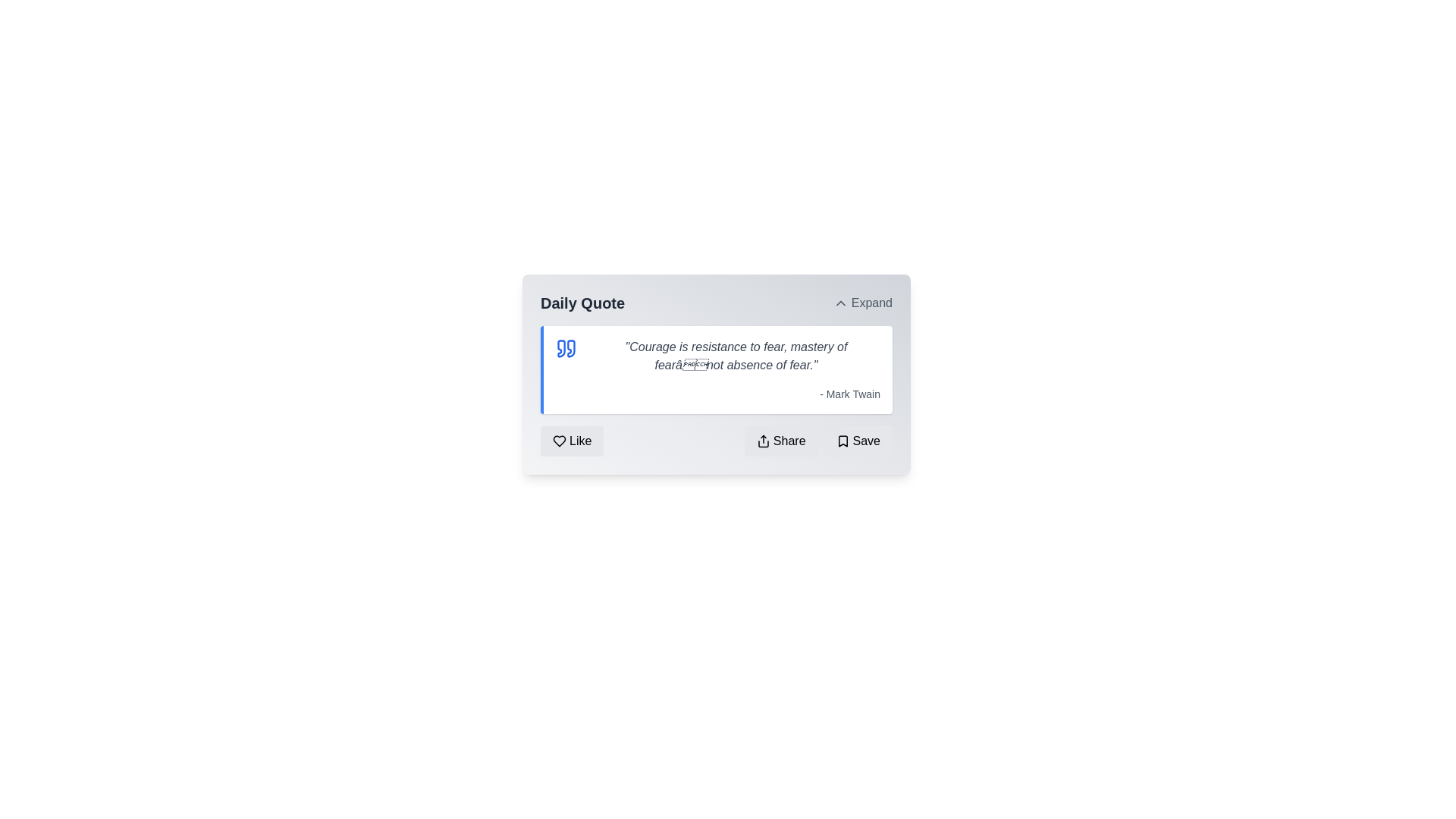 The height and width of the screenshot is (819, 1456). Describe the element at coordinates (582, 303) in the screenshot. I see `the 'Daily Quote' text label, which serves as a heading for the associated content below` at that location.